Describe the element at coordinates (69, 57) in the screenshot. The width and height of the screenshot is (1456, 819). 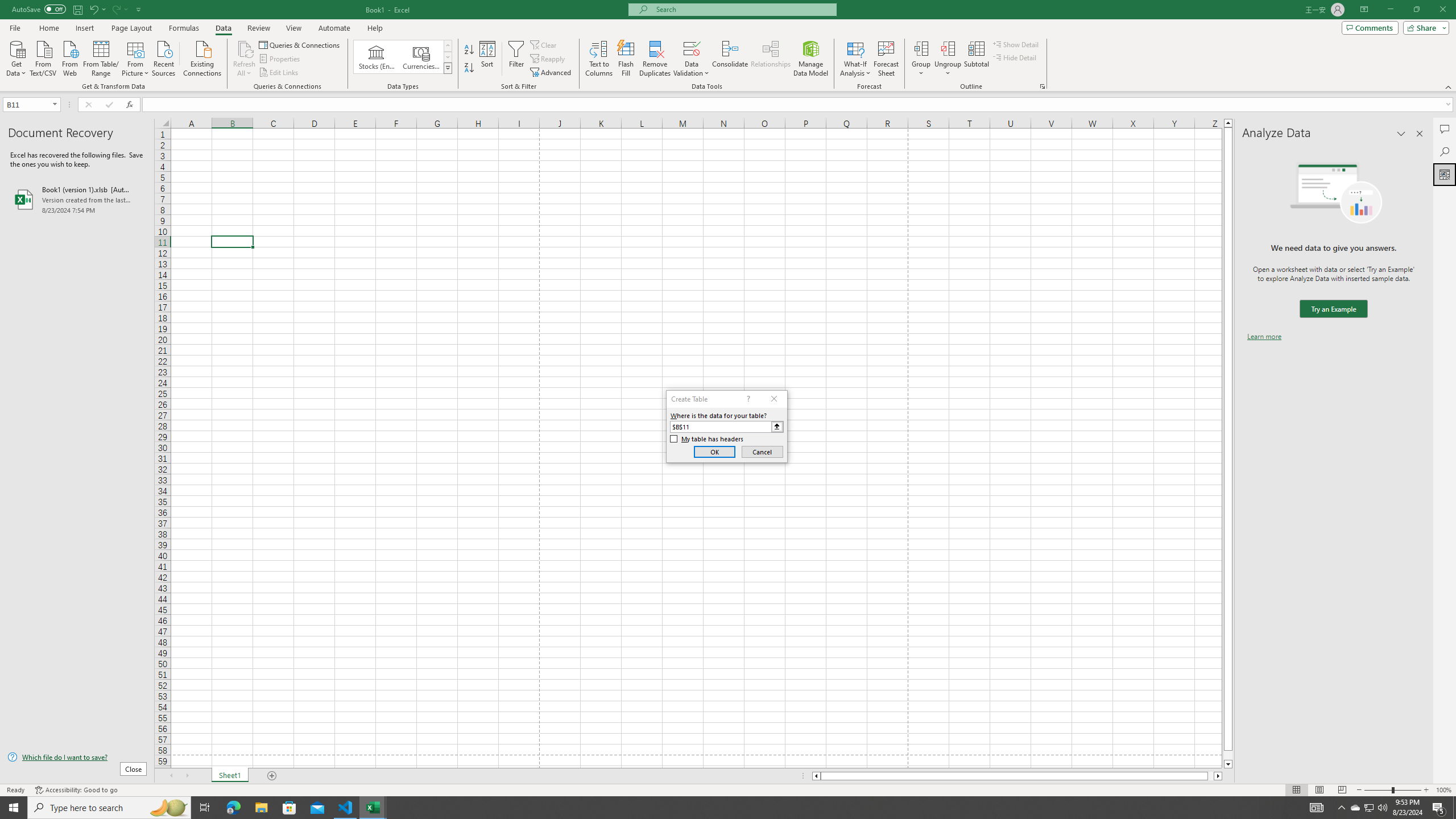
I see `'From Web'` at that location.